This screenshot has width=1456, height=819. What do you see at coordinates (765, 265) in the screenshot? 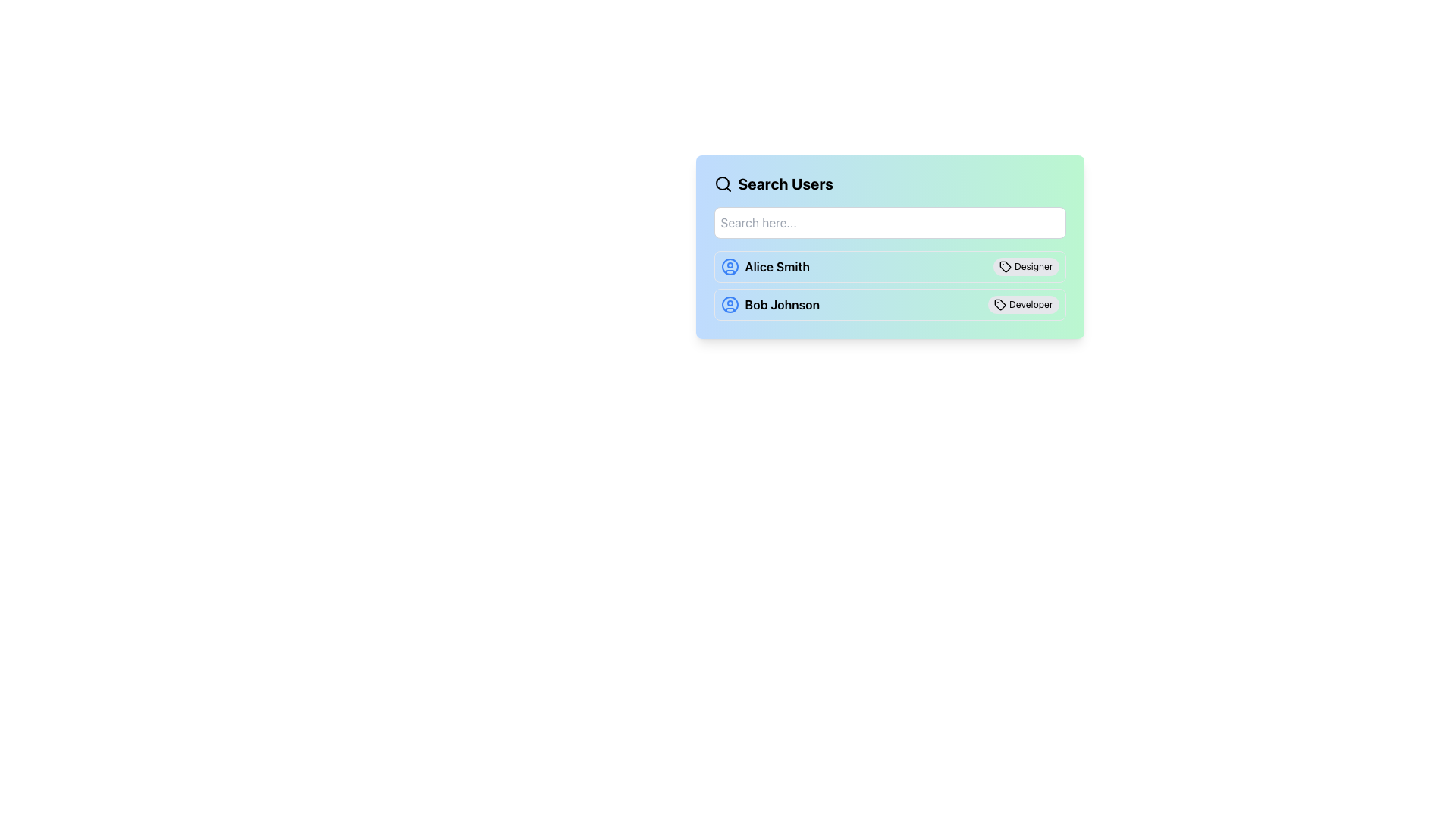
I see `label with the icon representing 'Alice Smith' located in the 'Search Users' section for visual information` at bounding box center [765, 265].